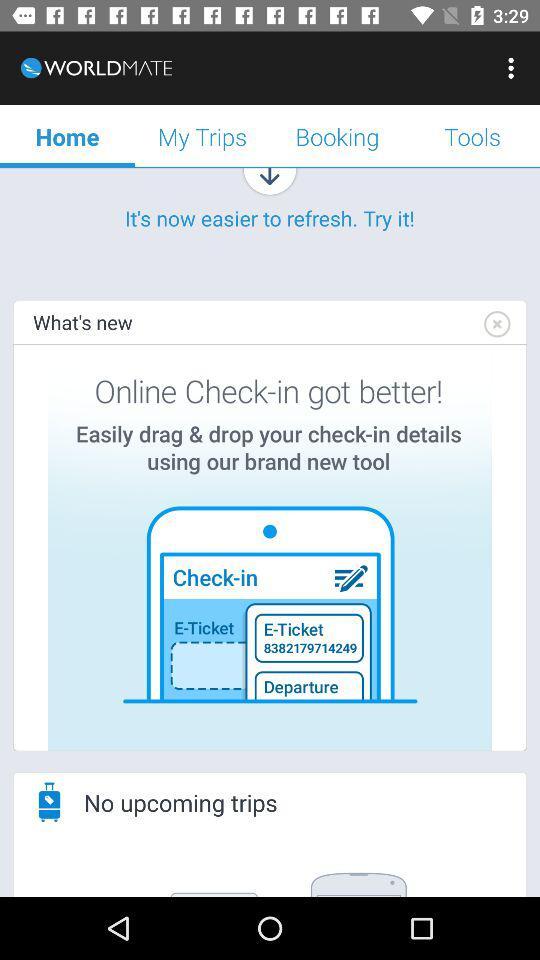 This screenshot has height=960, width=540. I want to click on tap, so click(495, 324).